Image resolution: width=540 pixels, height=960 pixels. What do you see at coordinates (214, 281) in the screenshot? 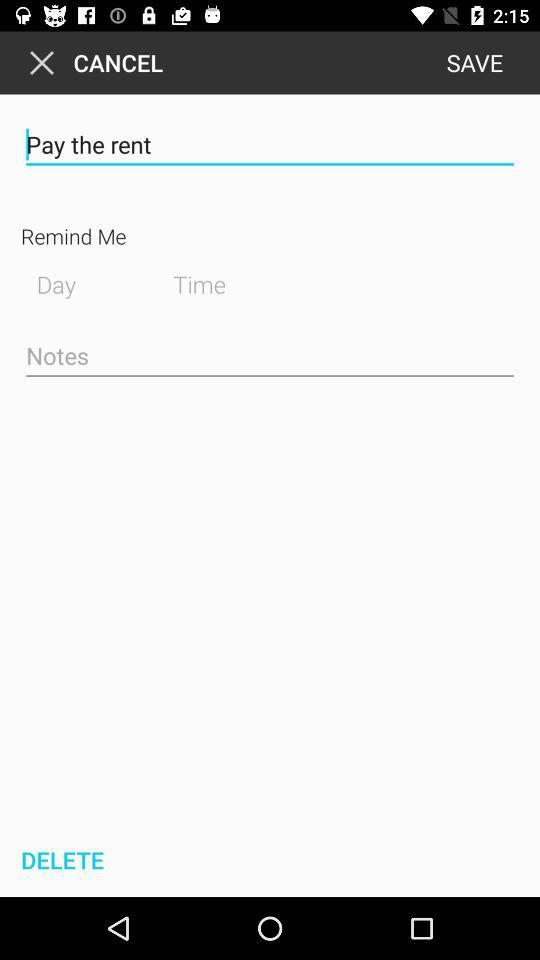
I see `icon next to day item` at bounding box center [214, 281].